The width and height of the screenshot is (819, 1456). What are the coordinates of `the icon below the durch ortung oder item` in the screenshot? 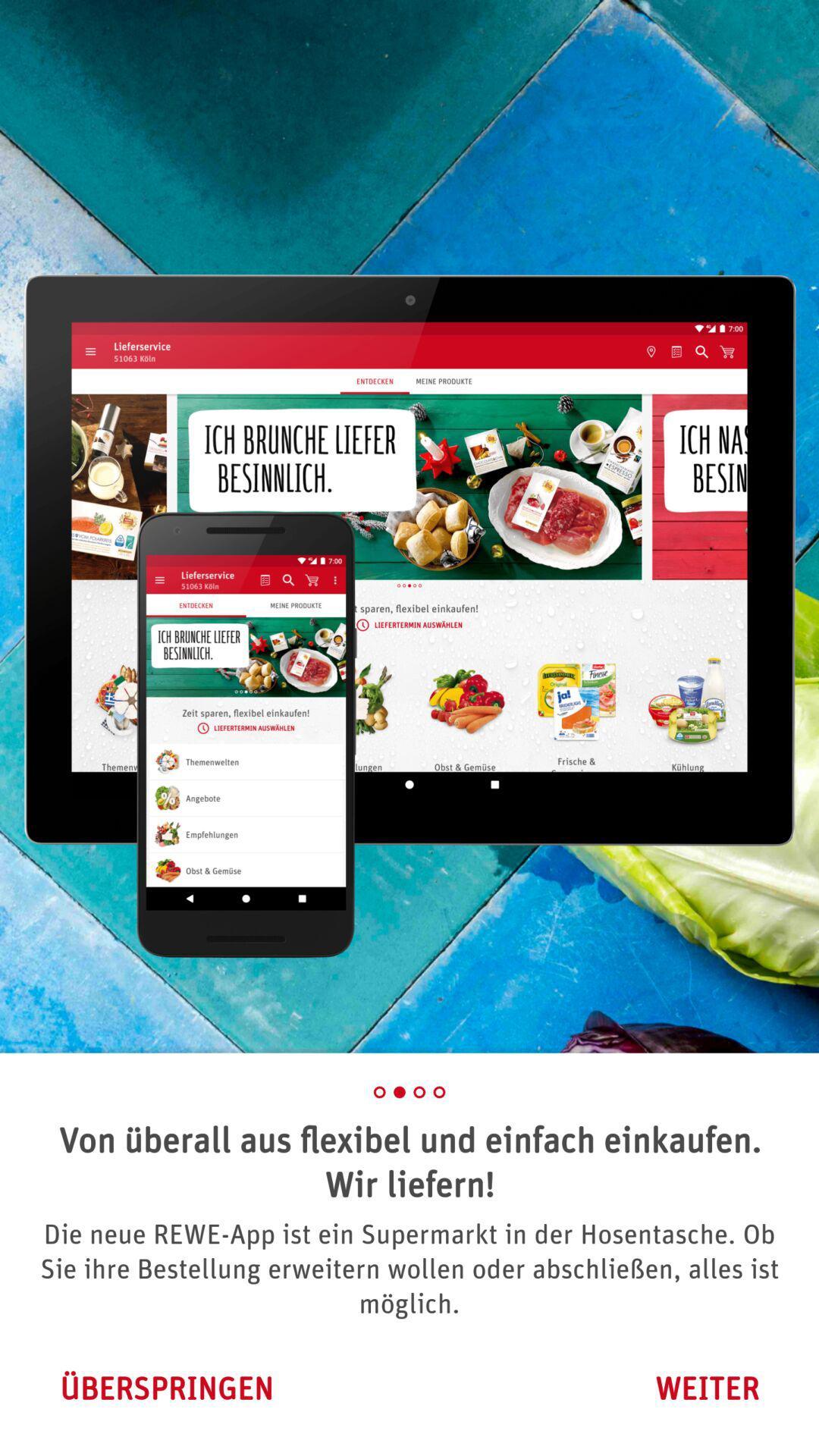 It's located at (166, 1388).